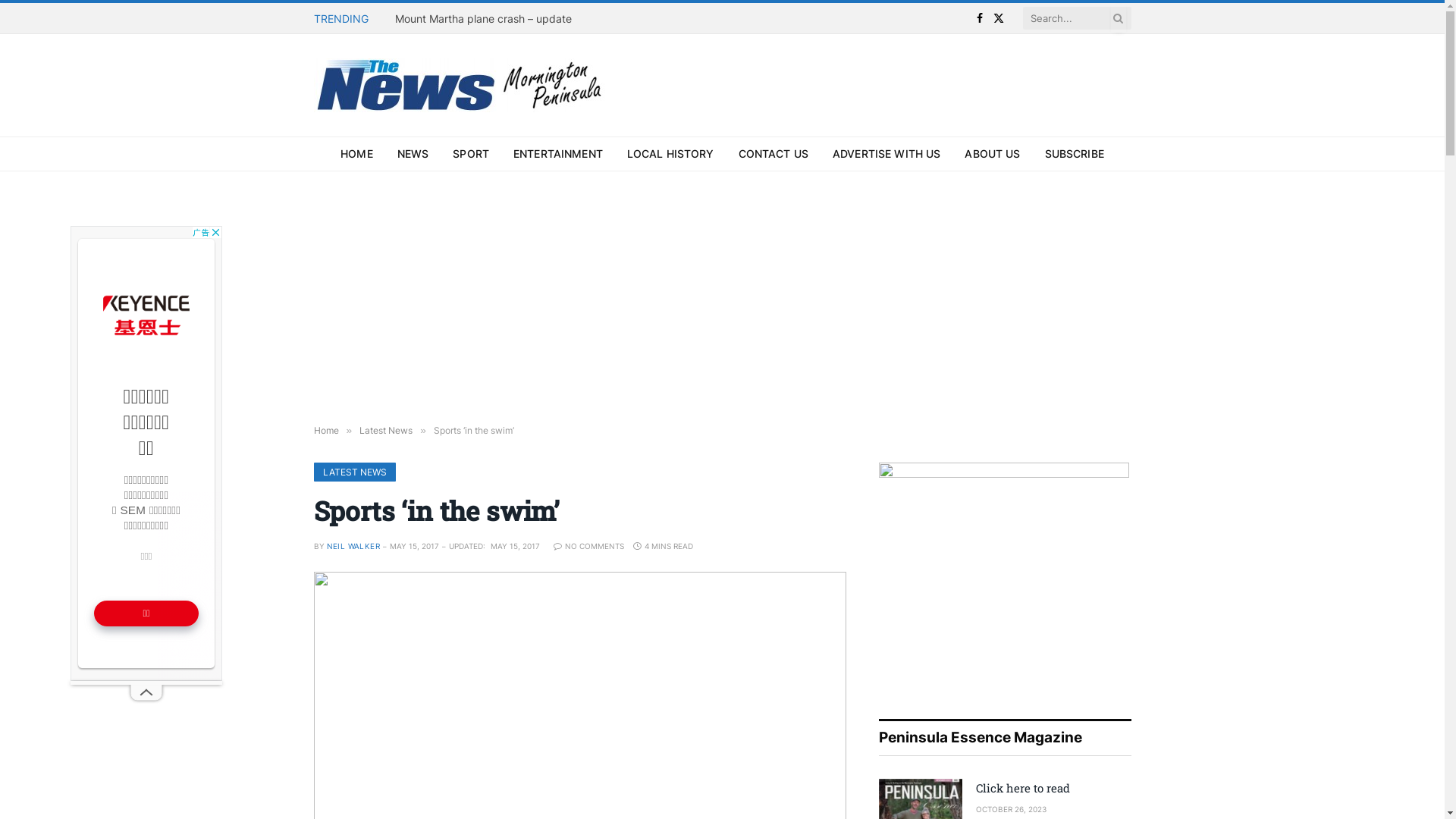 The height and width of the screenshot is (819, 1456). I want to click on 'X (Twitter)', so click(999, 17).